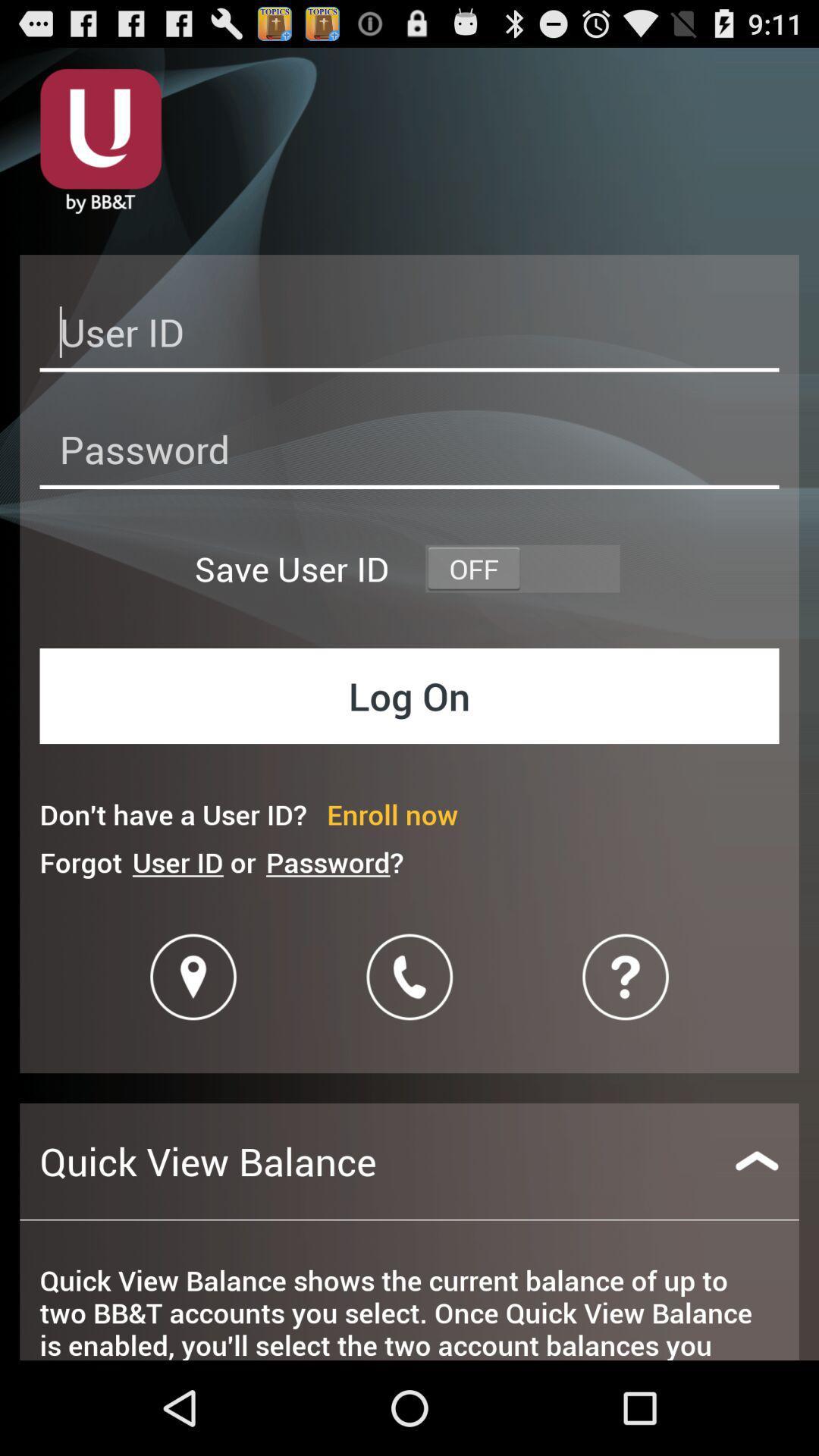 The height and width of the screenshot is (1456, 819). Describe the element at coordinates (409, 336) in the screenshot. I see `the text box which says user id` at that location.